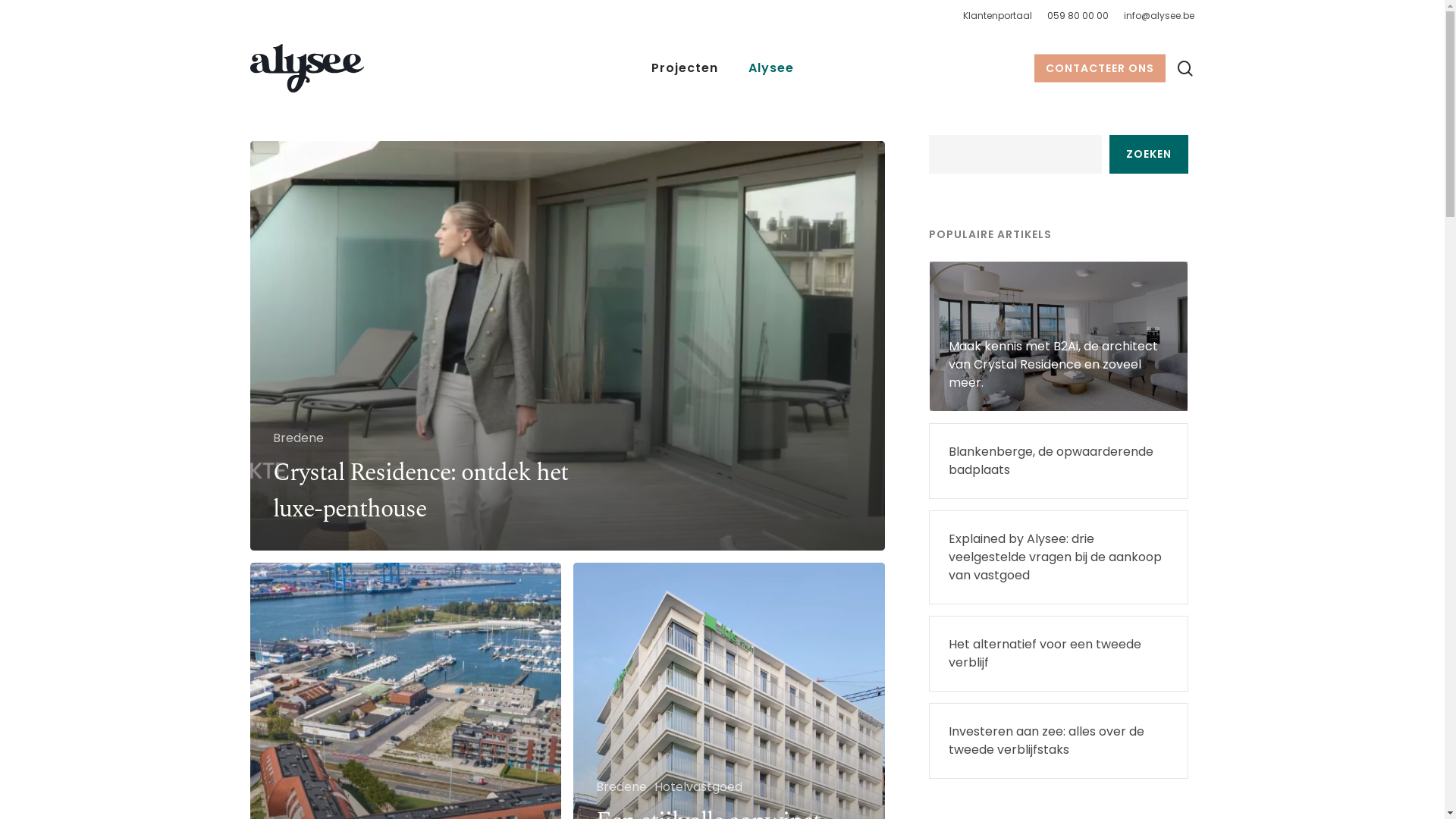 The height and width of the screenshot is (819, 1456). What do you see at coordinates (698, 786) in the screenshot?
I see `'Hotelvastgoed'` at bounding box center [698, 786].